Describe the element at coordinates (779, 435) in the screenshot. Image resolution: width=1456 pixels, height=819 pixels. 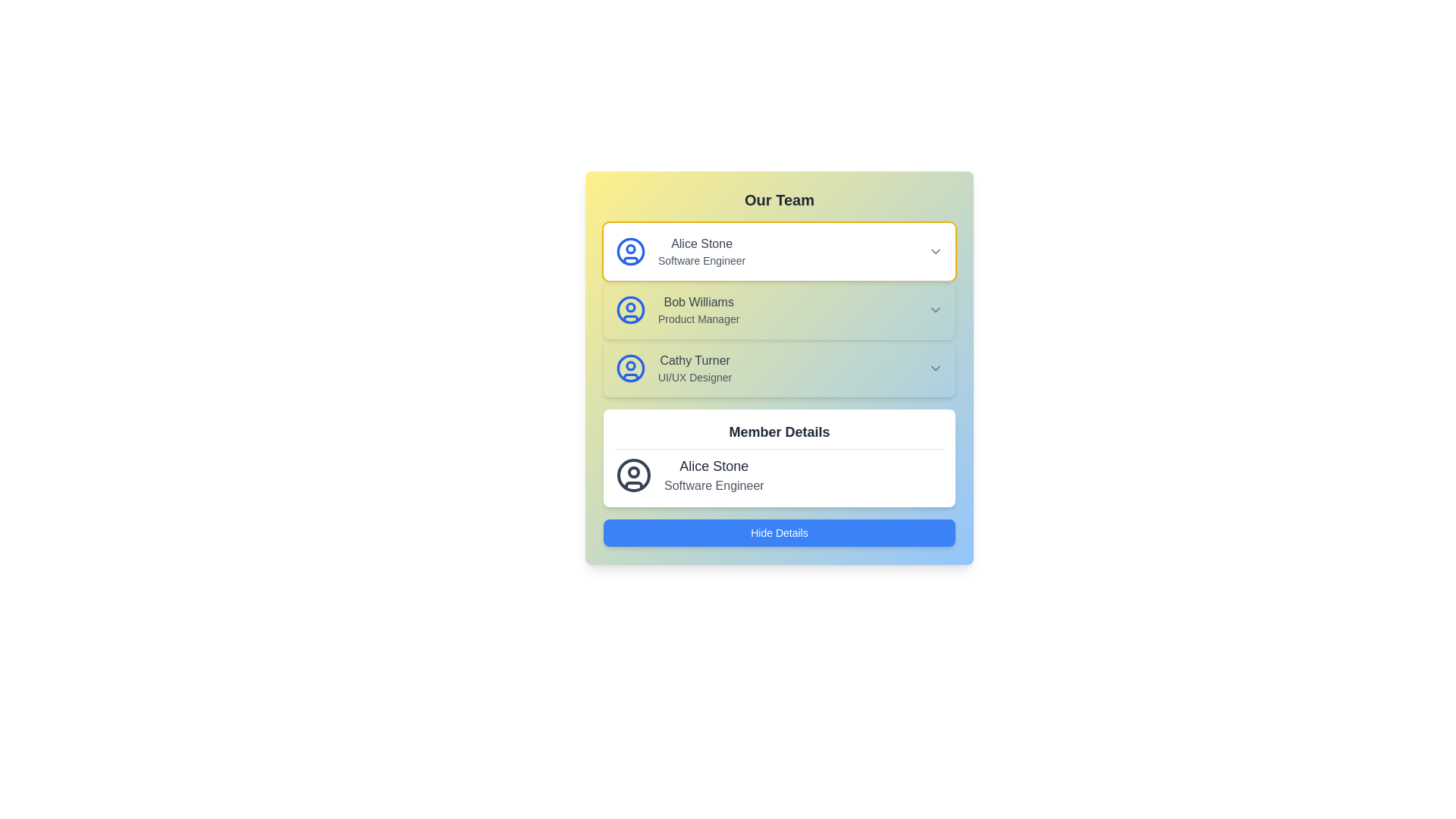
I see `the static text label that serves as the header title for the section, positioned at the top center of the card layout` at that location.